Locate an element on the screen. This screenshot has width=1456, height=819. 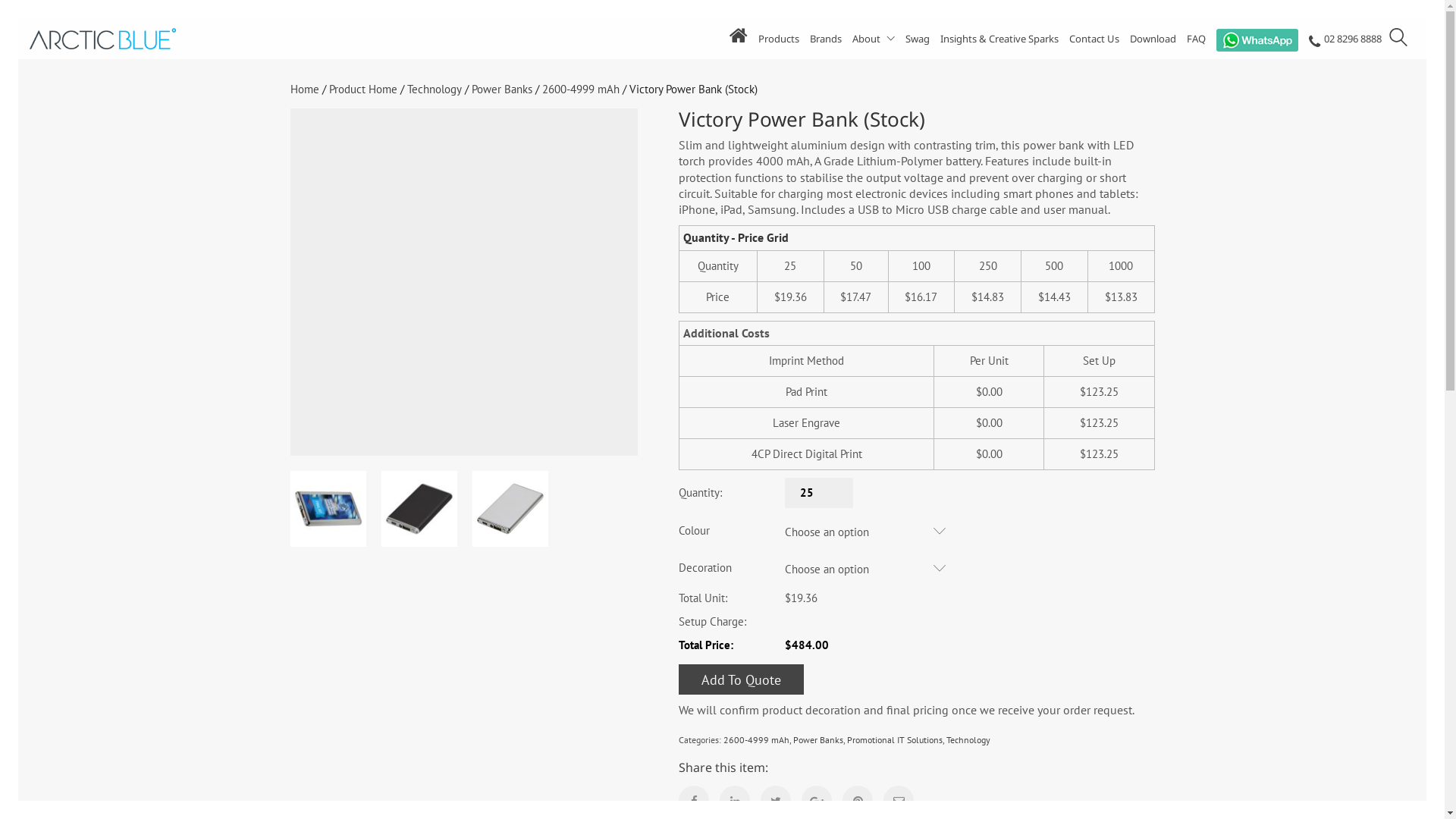
'Qty' is located at coordinates (785, 493).